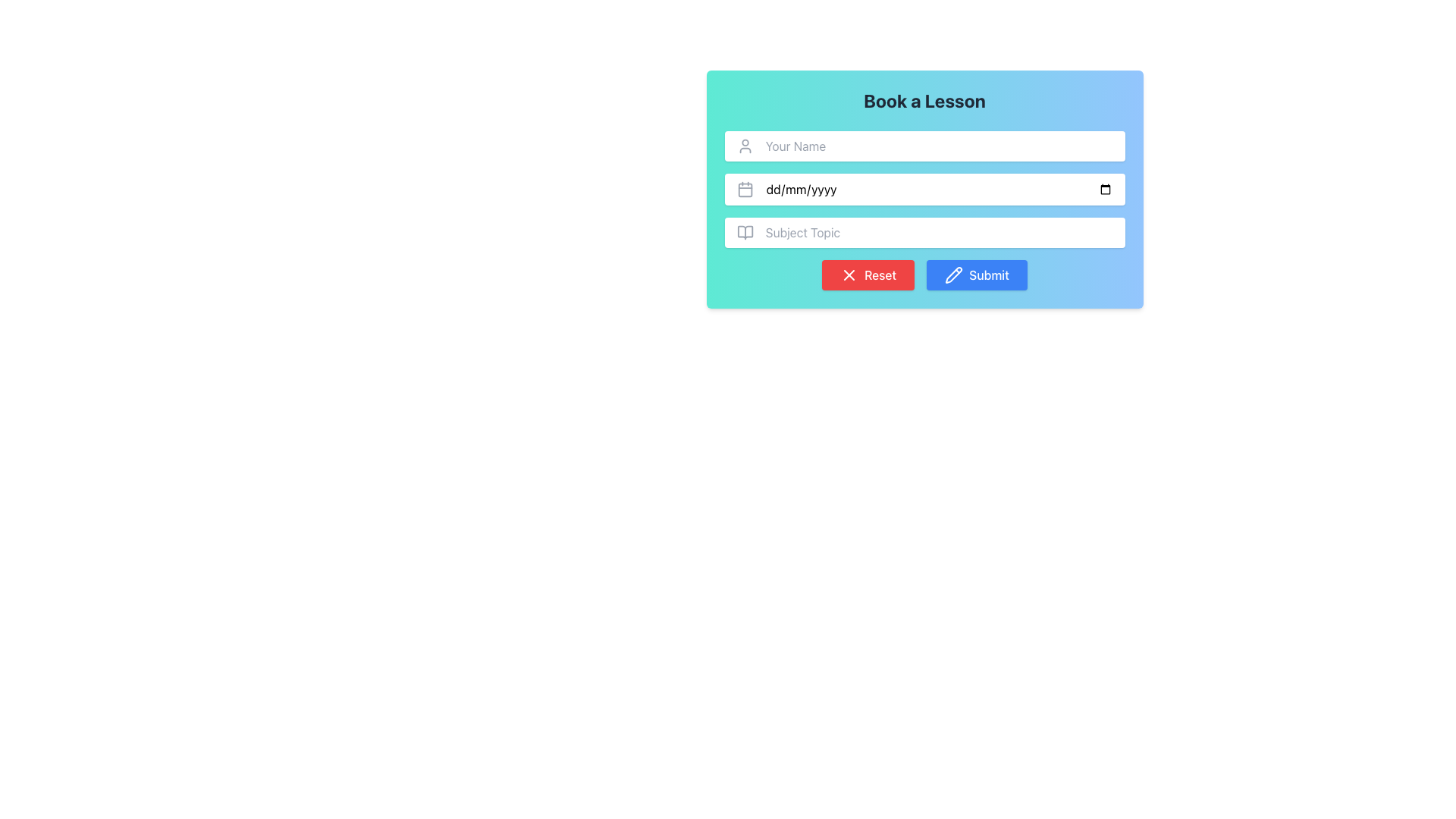 The width and height of the screenshot is (1456, 819). Describe the element at coordinates (868, 275) in the screenshot. I see `the reset button located on the left of the 'Submit' button in the bottom section of the modal form` at that location.